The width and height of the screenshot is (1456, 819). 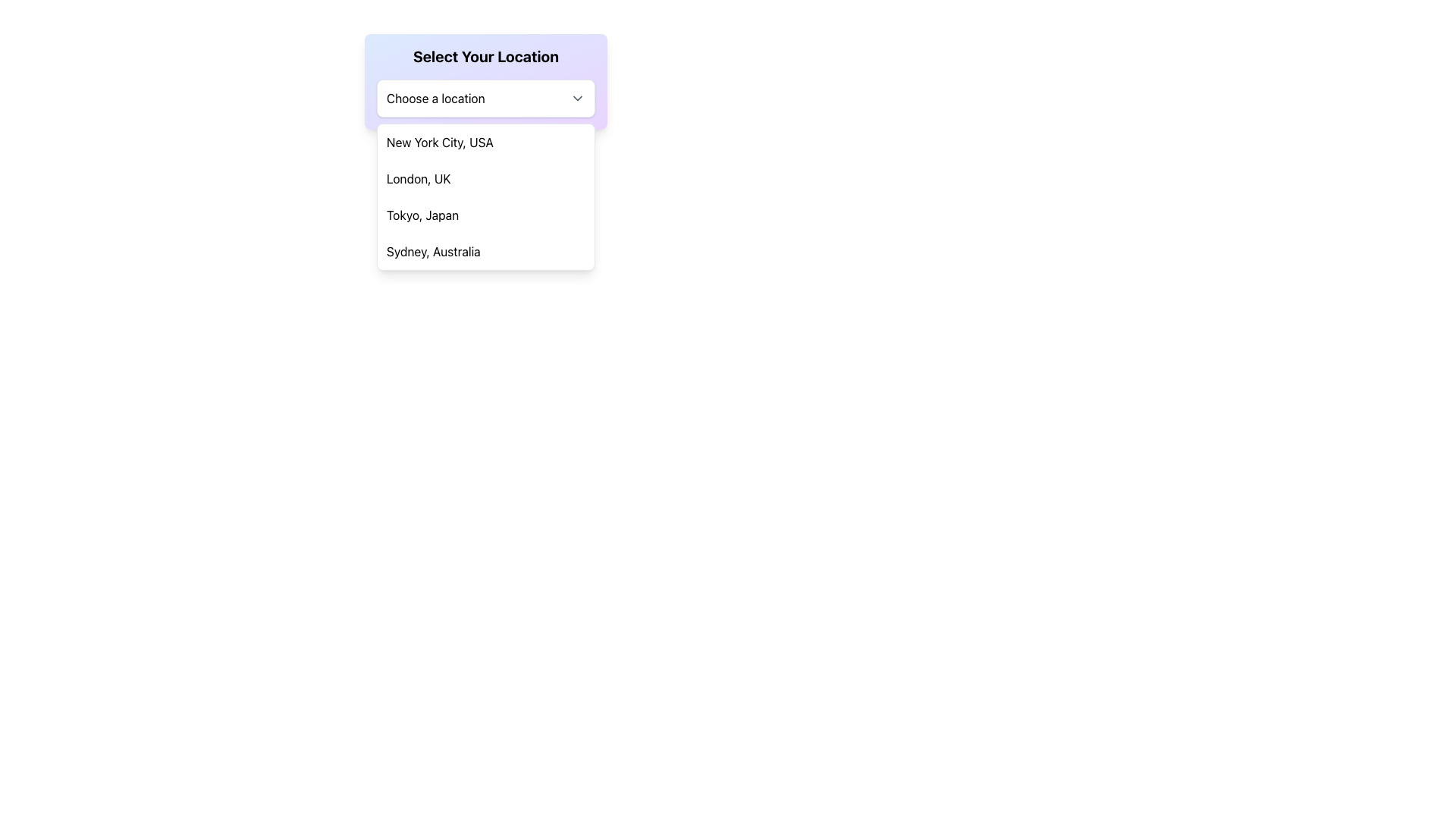 I want to click on the default placeholder text in the dropdown menu that guides the user to select a location, so click(x=435, y=99).